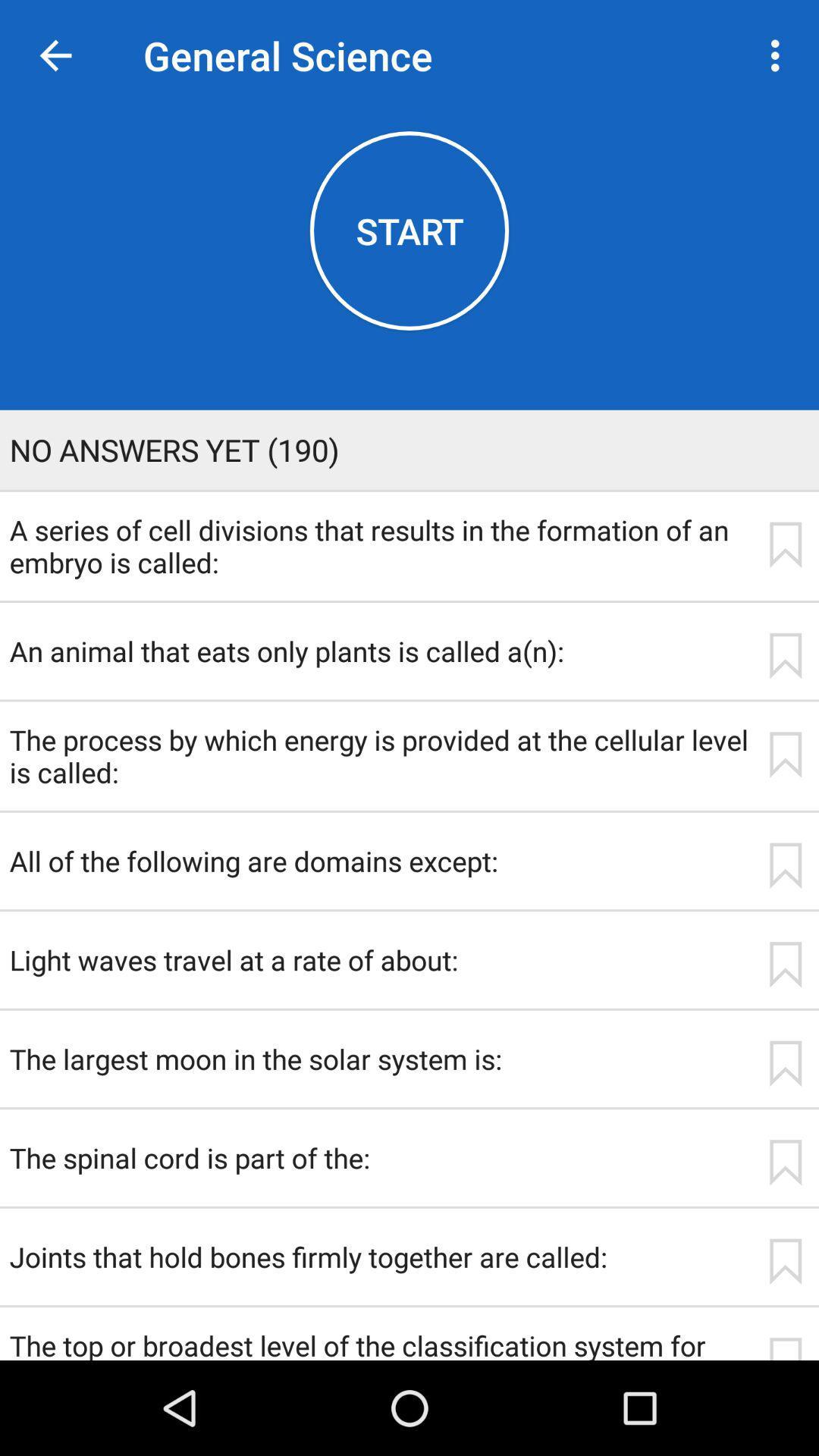 The image size is (819, 1456). Describe the element at coordinates (785, 1348) in the screenshot. I see `the app next to the top or icon` at that location.